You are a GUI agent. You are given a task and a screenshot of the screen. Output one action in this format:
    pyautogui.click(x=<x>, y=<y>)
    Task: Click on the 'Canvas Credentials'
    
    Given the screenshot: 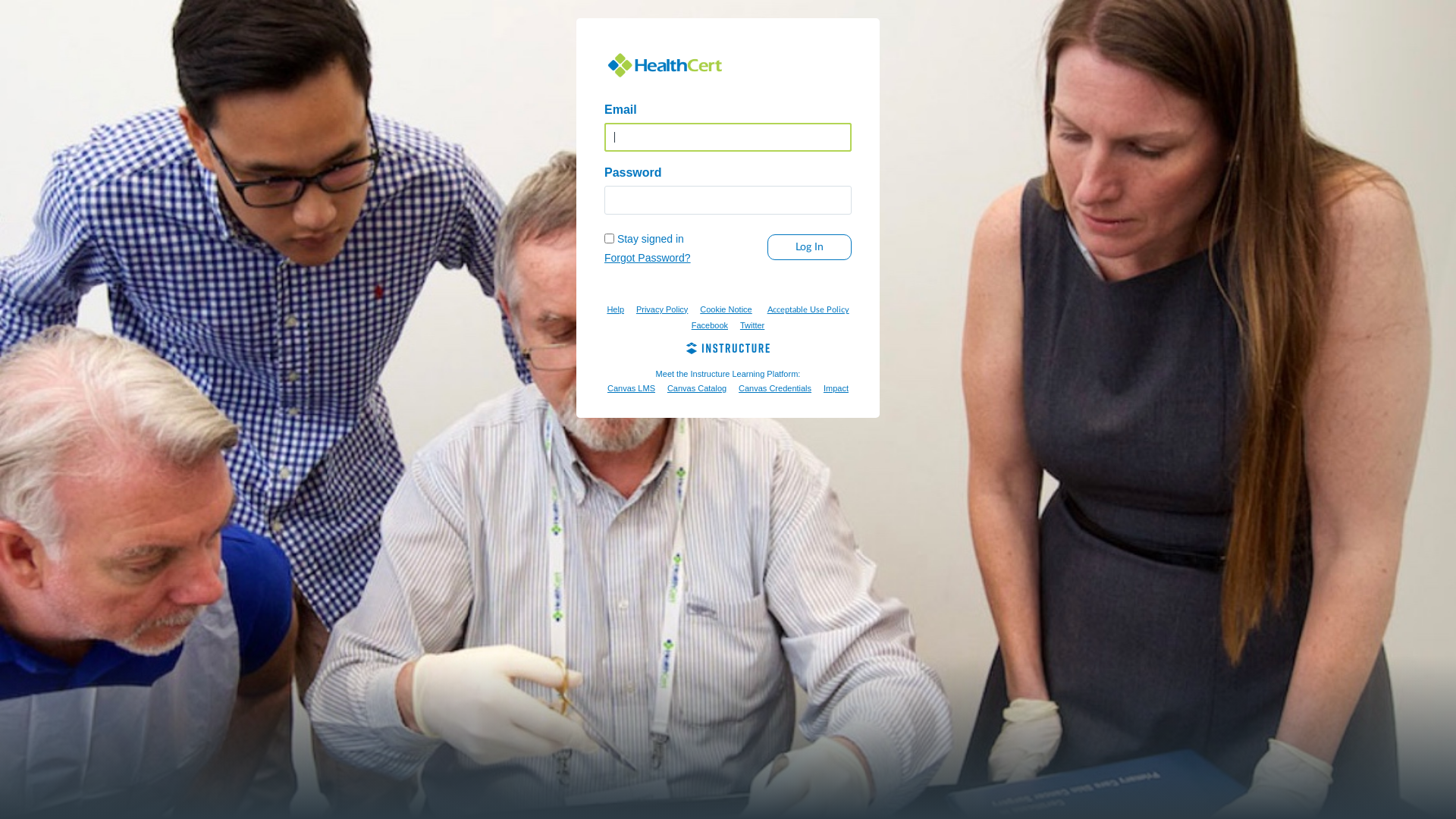 What is the action you would take?
    pyautogui.click(x=775, y=388)
    